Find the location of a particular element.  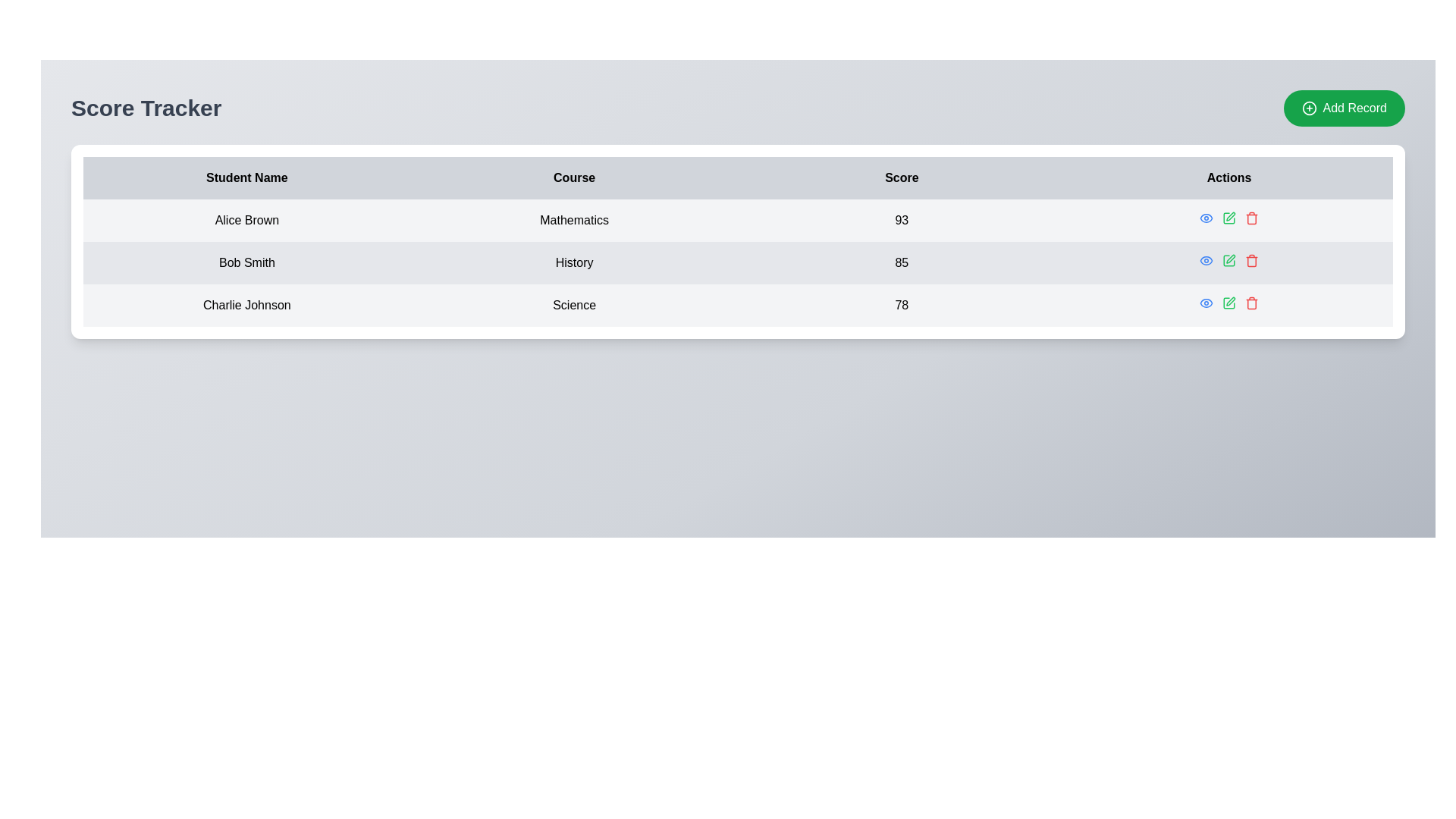

text label displaying '78' in bold font, located in the third row under the 'Score' column aligned with 'Charlie Johnson' in the 'Student Name' column is located at coordinates (902, 305).